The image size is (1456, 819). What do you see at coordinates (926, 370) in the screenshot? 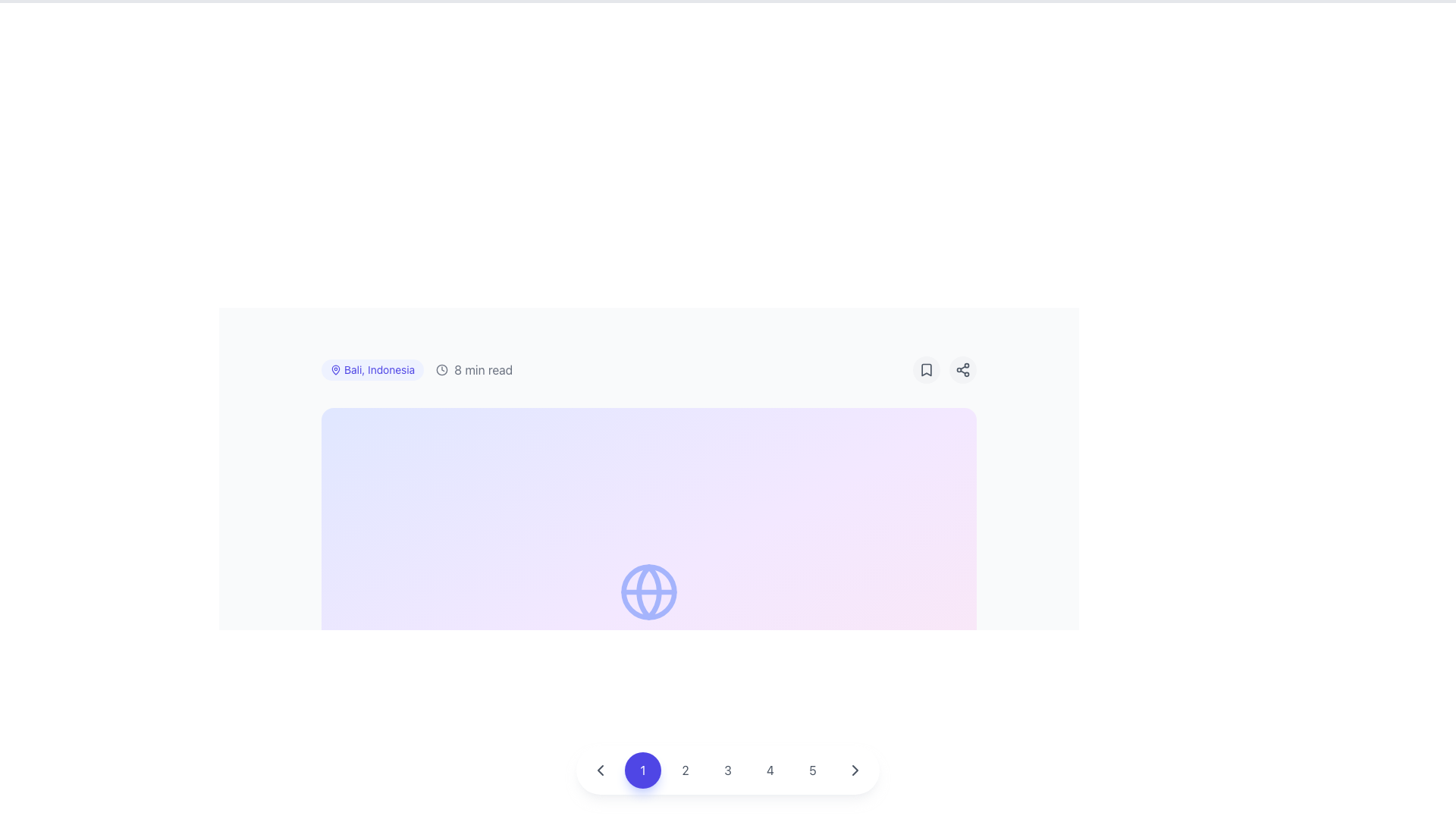
I see `the bookmark indicator icon button located near the top-right corner of the content frame` at bounding box center [926, 370].